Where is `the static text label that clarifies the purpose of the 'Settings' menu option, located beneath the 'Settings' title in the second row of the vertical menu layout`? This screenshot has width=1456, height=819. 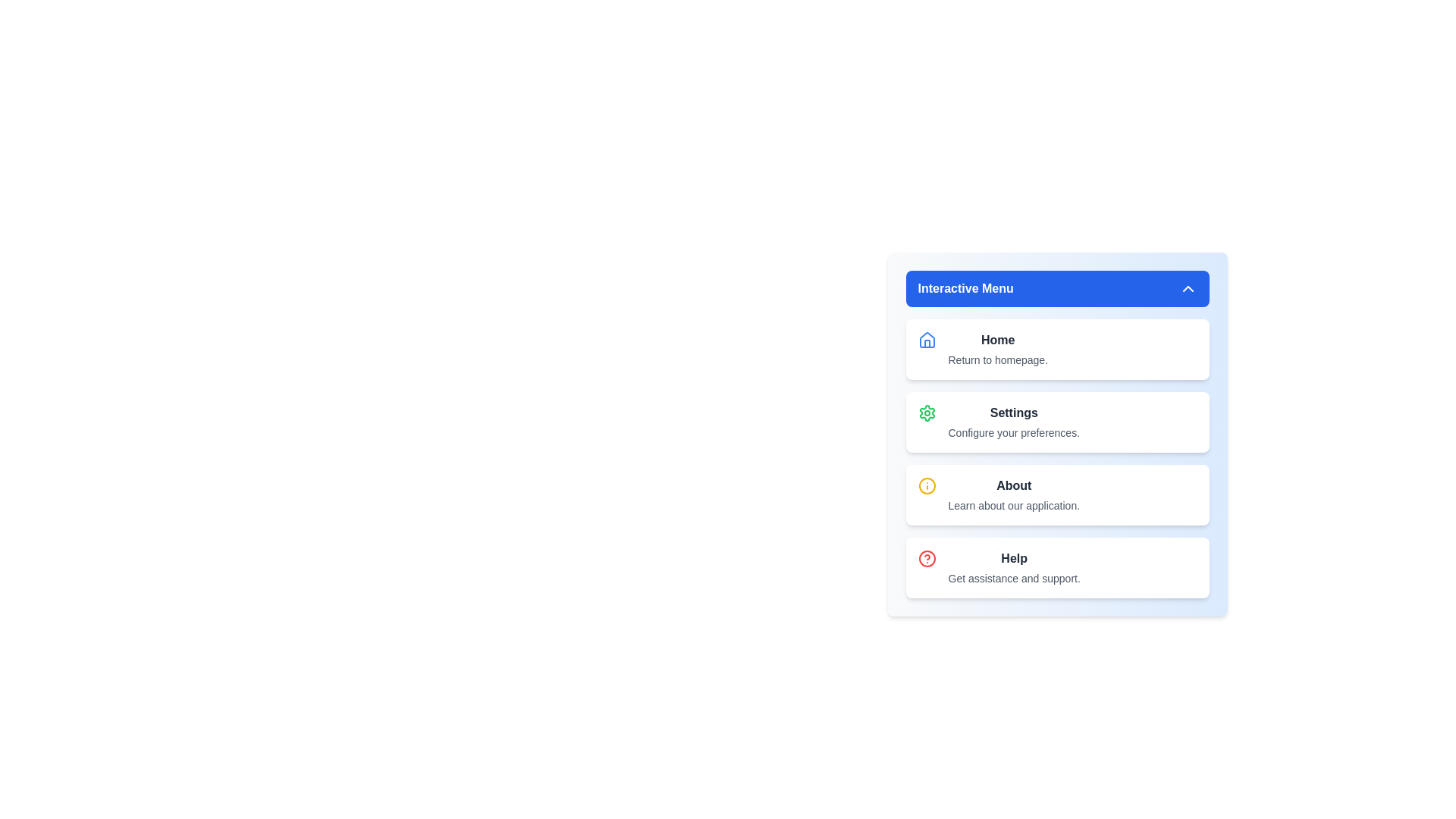 the static text label that clarifies the purpose of the 'Settings' menu option, located beneath the 'Settings' title in the second row of the vertical menu layout is located at coordinates (1014, 432).